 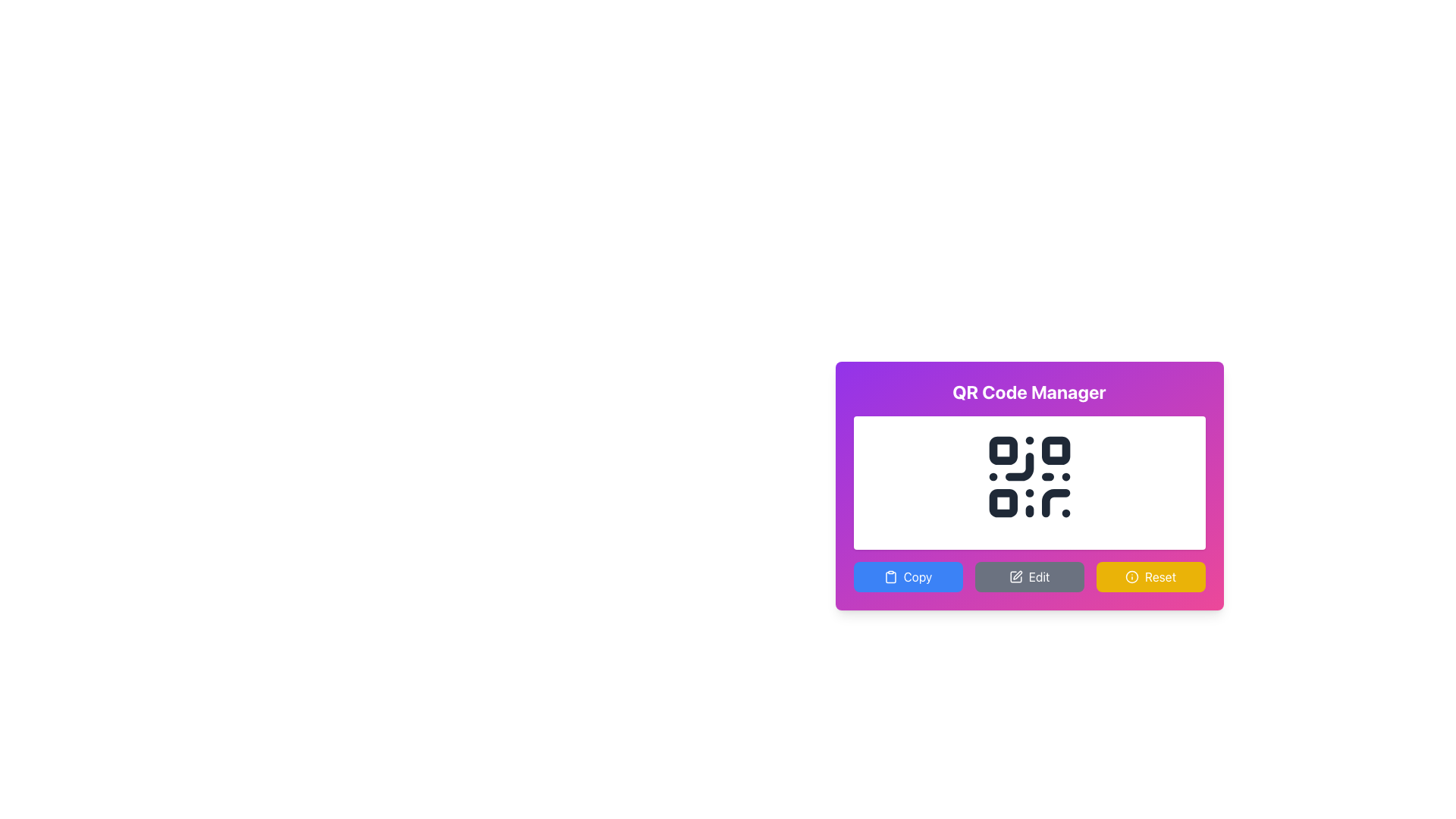 What do you see at coordinates (908, 576) in the screenshot?
I see `the 'Copy' button with a blue background and white text to trigger additional effects or styling feedback` at bounding box center [908, 576].